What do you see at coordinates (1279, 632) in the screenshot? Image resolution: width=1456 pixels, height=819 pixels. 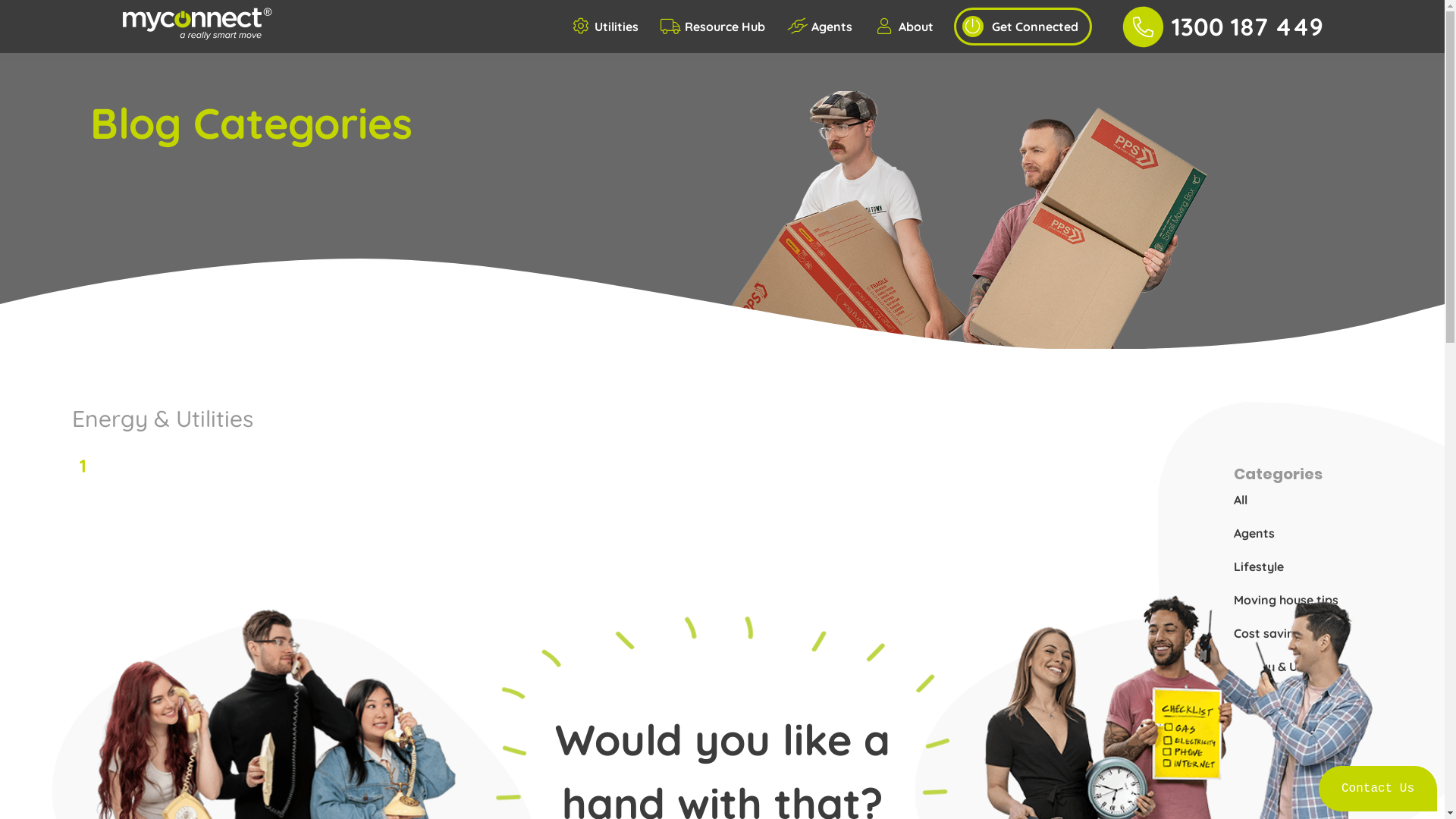 I see `'Cost saving tips'` at bounding box center [1279, 632].